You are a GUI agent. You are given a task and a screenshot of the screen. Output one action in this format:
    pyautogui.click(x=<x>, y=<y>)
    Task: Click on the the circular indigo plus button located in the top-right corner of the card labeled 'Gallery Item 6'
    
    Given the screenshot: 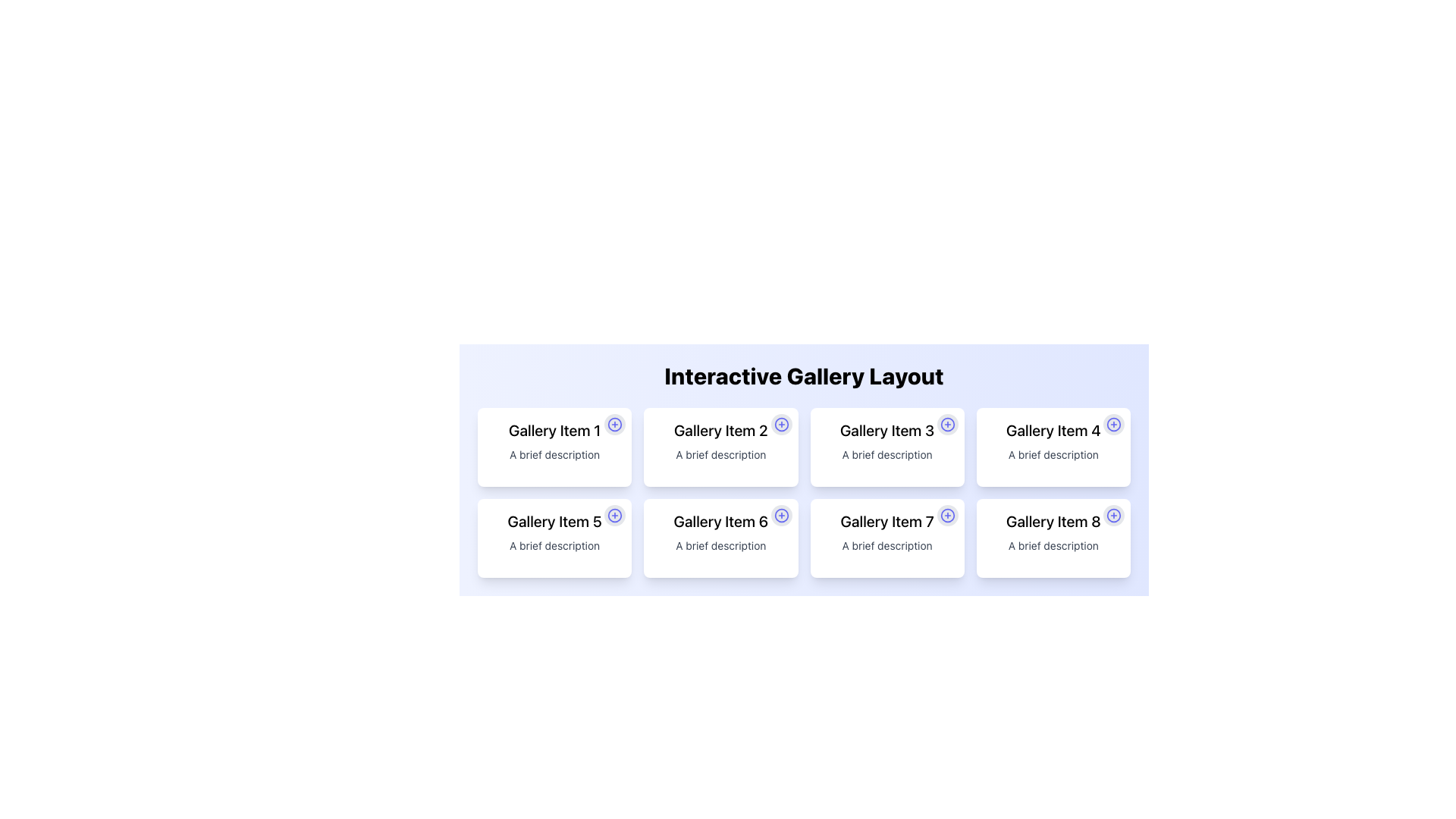 What is the action you would take?
    pyautogui.click(x=781, y=514)
    